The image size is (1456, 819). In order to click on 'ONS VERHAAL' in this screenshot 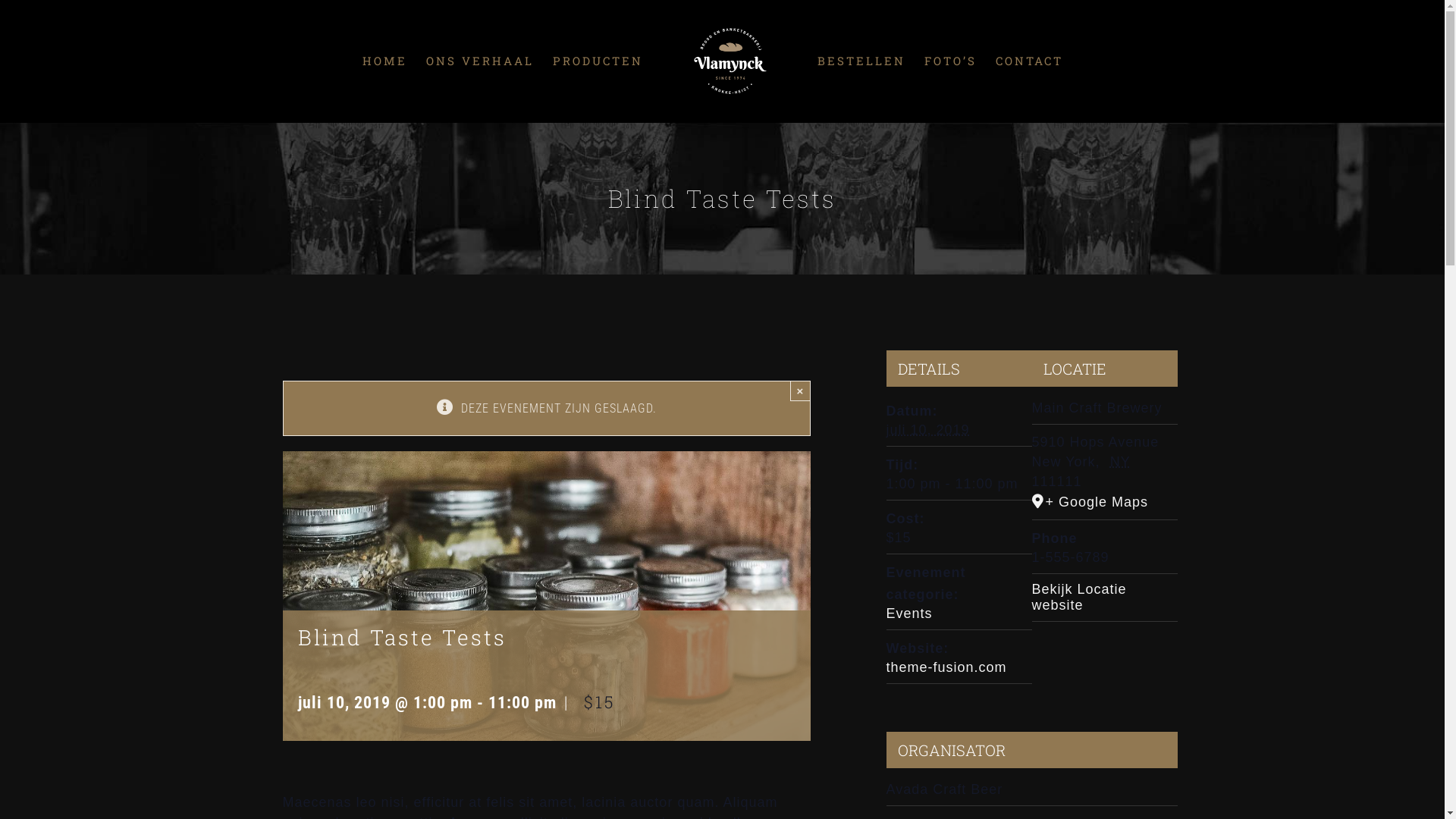, I will do `click(479, 61)`.